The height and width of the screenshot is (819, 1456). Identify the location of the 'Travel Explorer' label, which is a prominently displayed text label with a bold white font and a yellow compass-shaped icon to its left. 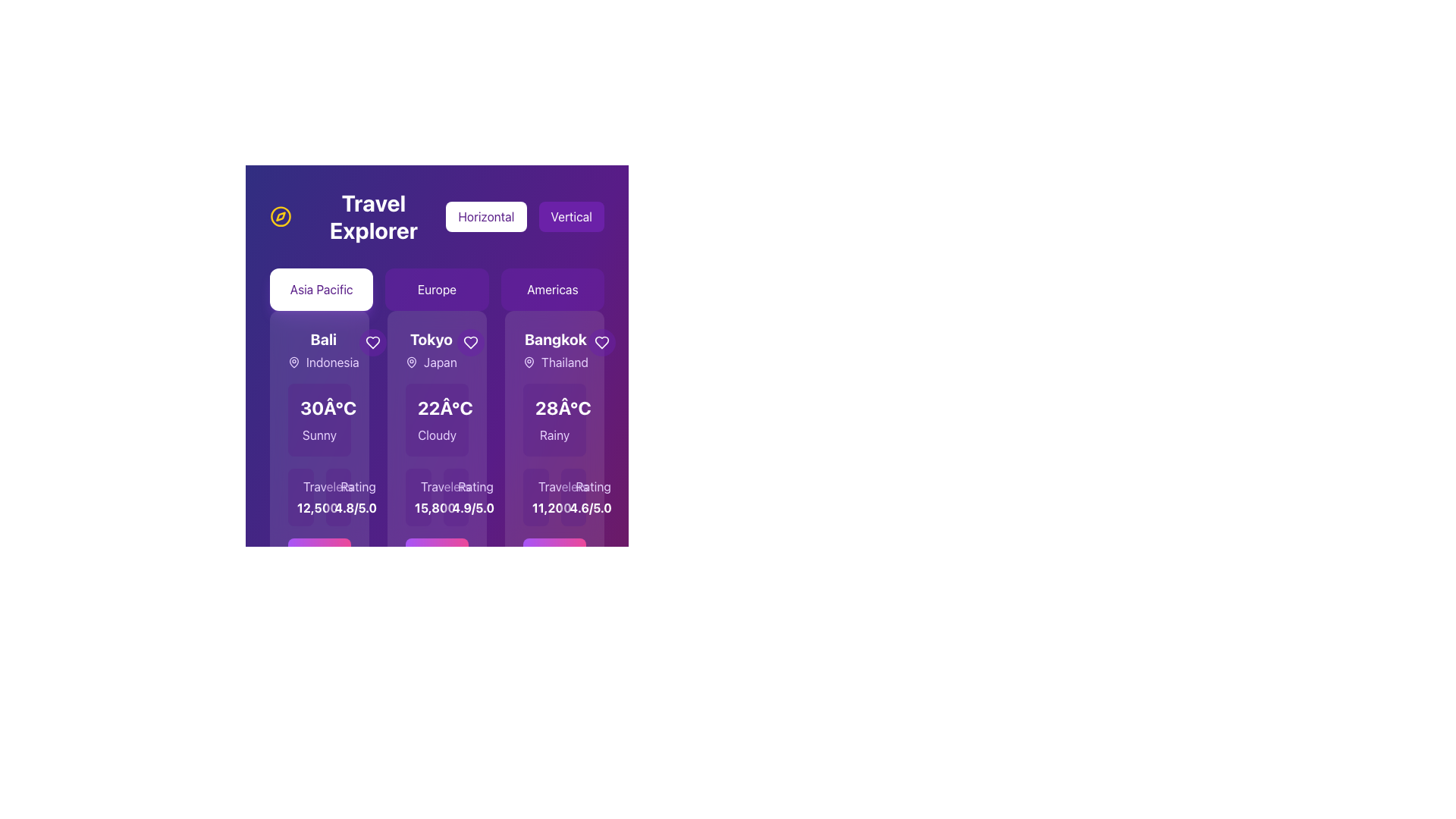
(357, 216).